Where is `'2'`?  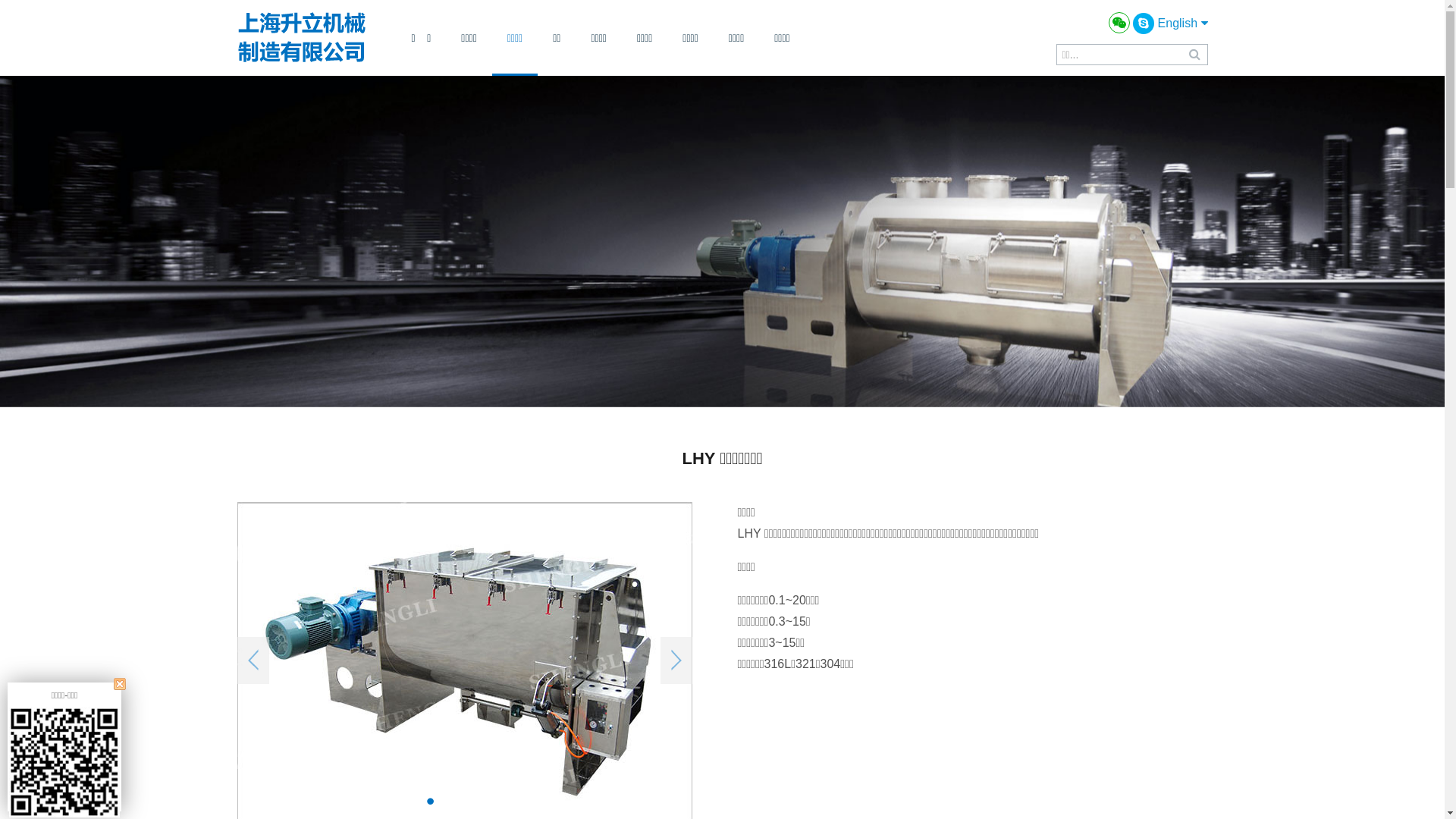
'2' is located at coordinates (453, 800).